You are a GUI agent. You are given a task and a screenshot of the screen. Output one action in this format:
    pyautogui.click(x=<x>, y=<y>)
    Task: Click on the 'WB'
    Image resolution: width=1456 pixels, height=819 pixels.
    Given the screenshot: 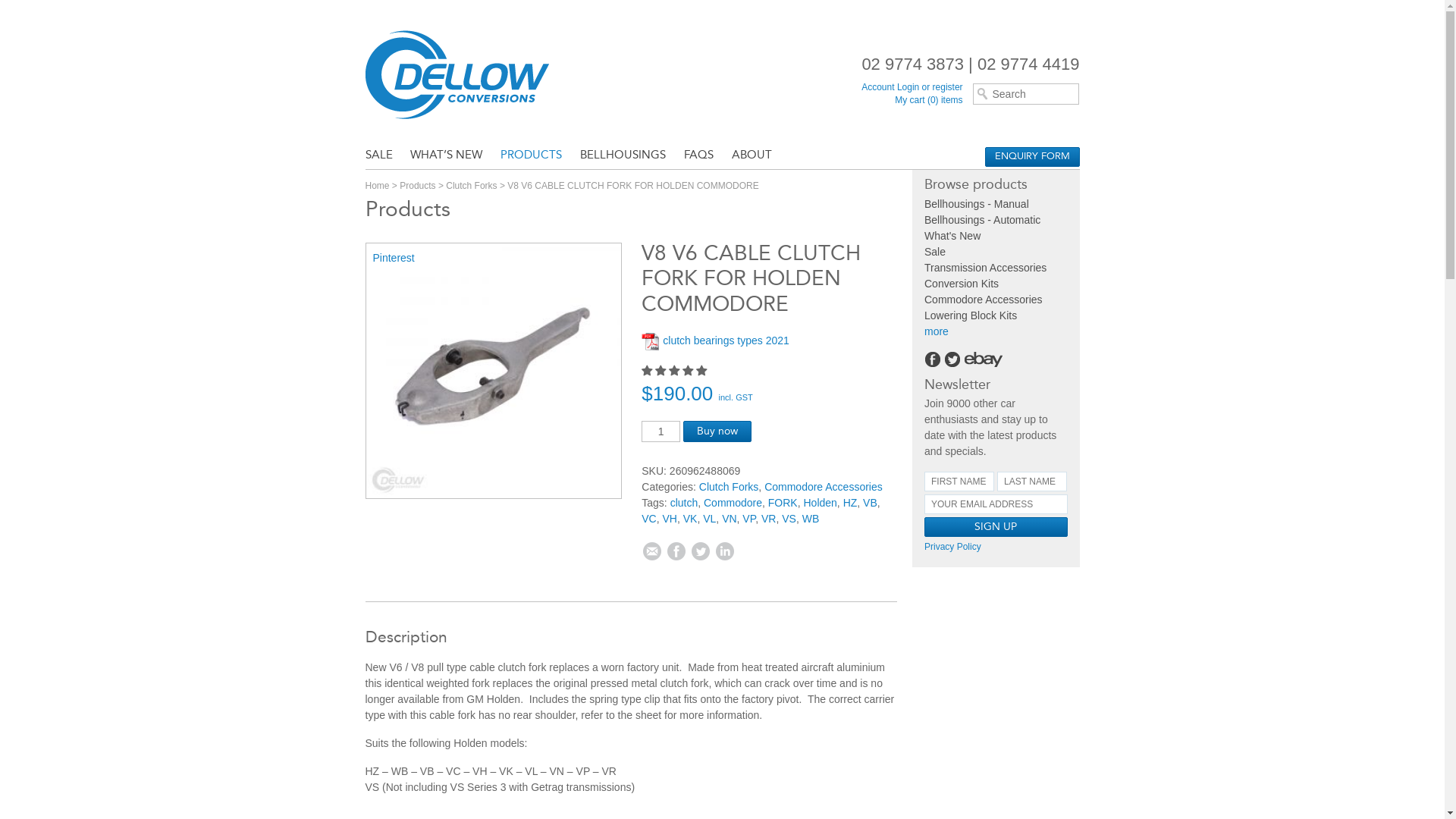 What is the action you would take?
    pyautogui.click(x=810, y=517)
    